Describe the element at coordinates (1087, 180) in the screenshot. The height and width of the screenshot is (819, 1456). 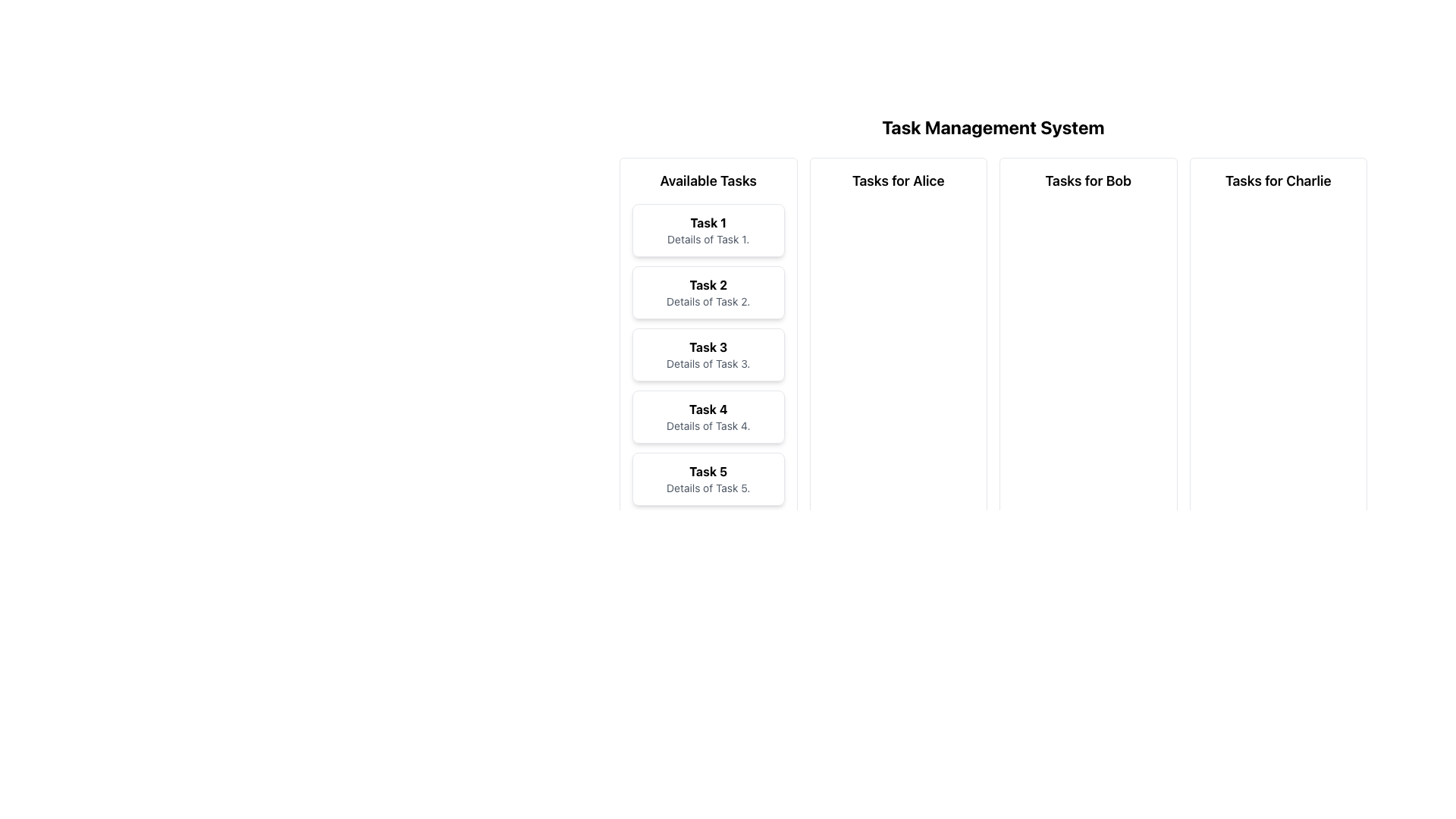
I see `the text heading 'Tasks for Bob'` at that location.